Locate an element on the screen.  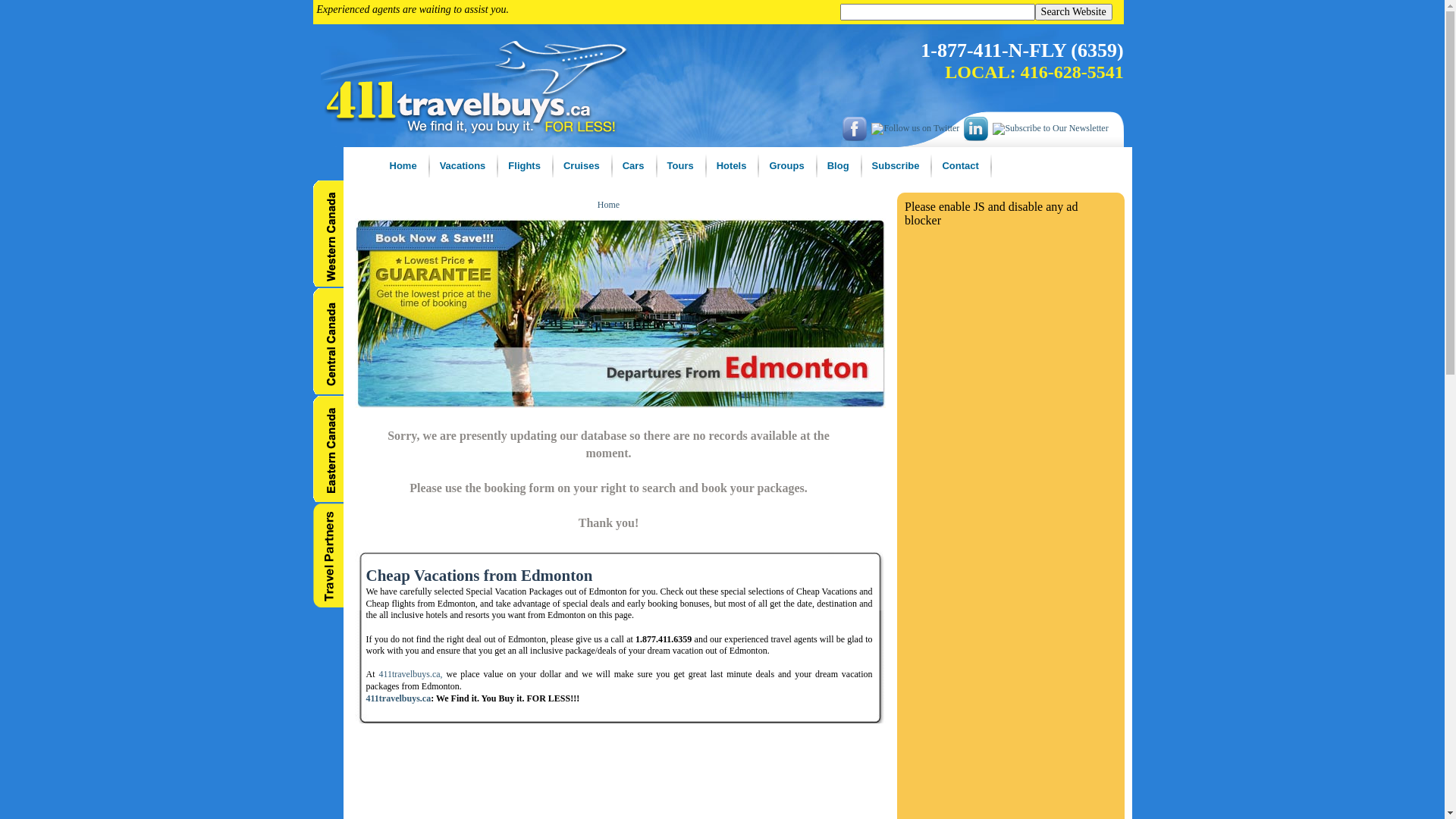
'Subscribe to Our Newsletter' is located at coordinates (1050, 127).